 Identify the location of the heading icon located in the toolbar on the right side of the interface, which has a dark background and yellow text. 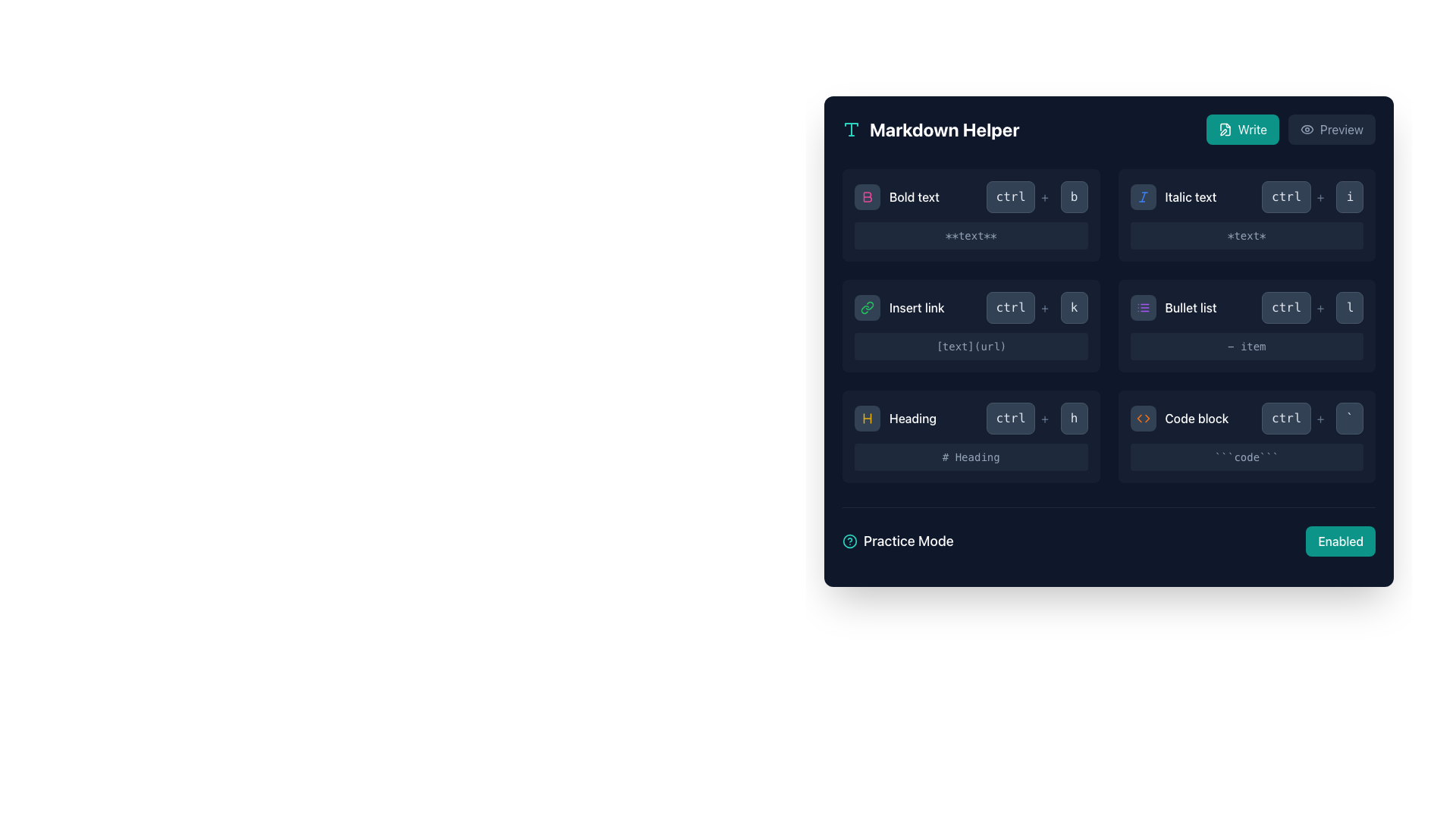
(867, 418).